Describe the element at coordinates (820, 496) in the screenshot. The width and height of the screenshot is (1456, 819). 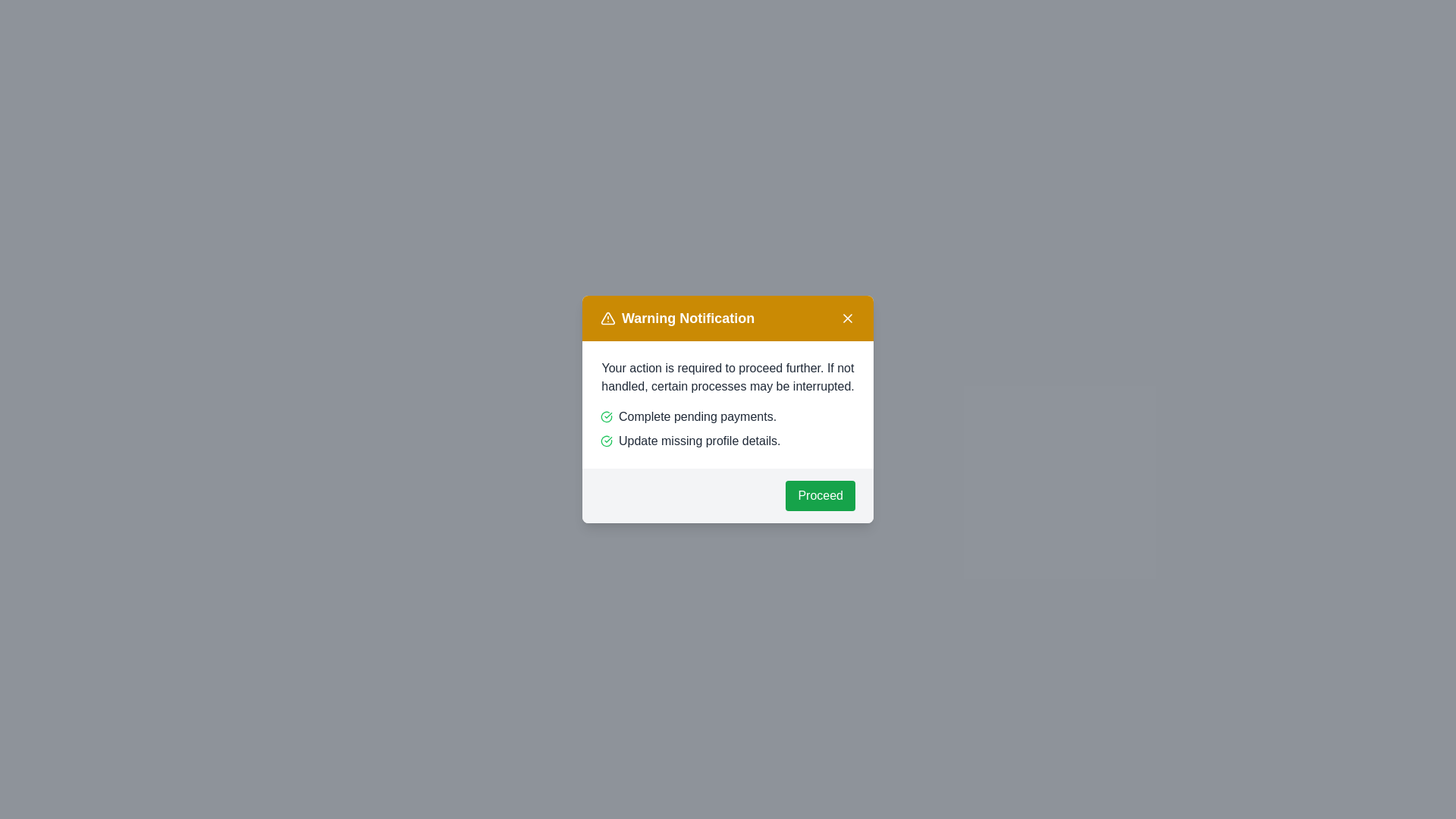
I see `the rectangular green button labeled 'Proceed' with rounded corners` at that location.